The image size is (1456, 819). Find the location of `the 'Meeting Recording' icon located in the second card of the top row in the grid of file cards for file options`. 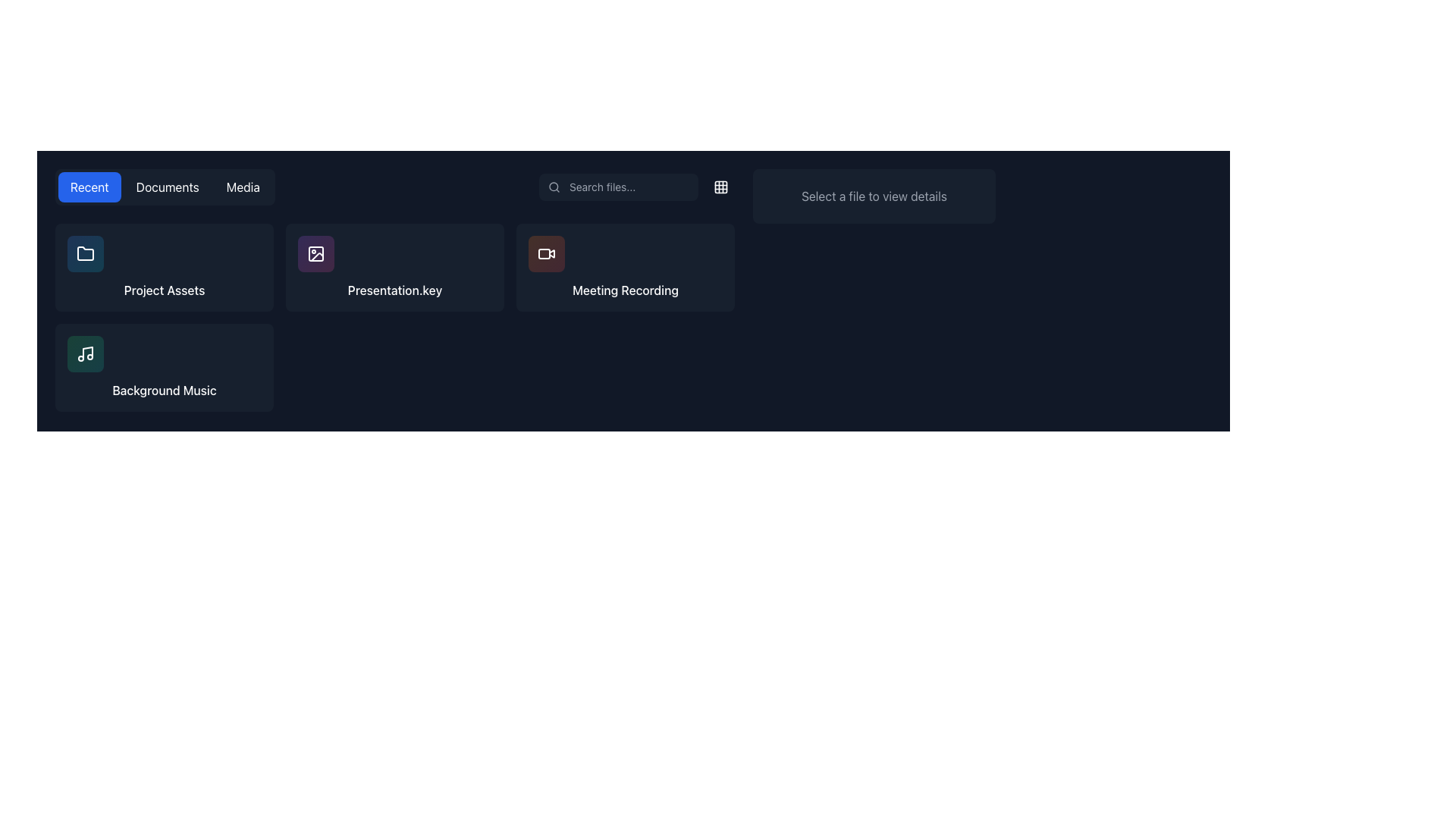

the 'Meeting Recording' icon located in the second card of the top row in the grid of file cards for file options is located at coordinates (546, 253).